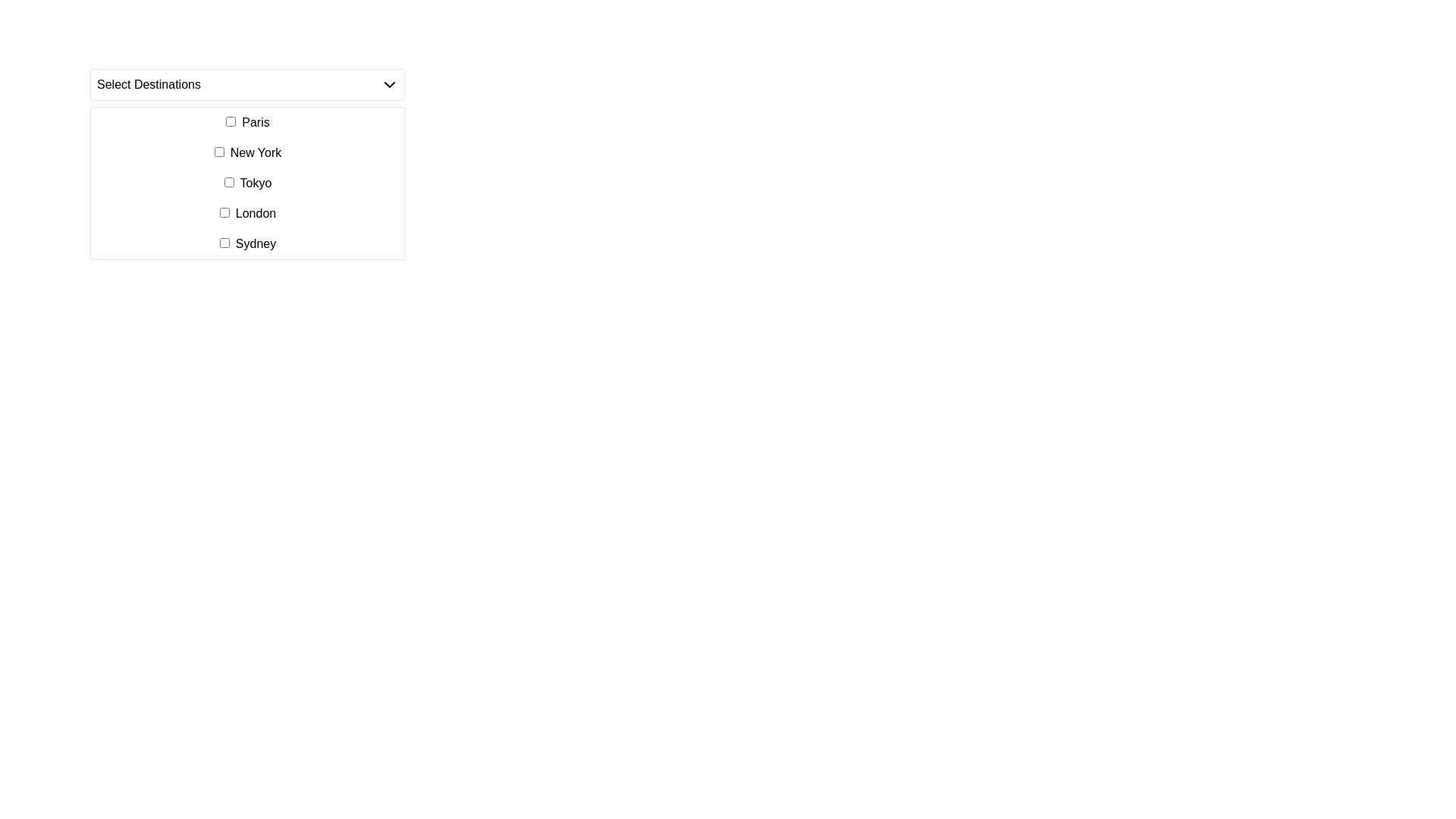 The height and width of the screenshot is (819, 1456). I want to click on label text 'Paris' which is positioned to the right of the checkbox in the first item of the dropdown menu under 'Select Destinations', so click(256, 121).